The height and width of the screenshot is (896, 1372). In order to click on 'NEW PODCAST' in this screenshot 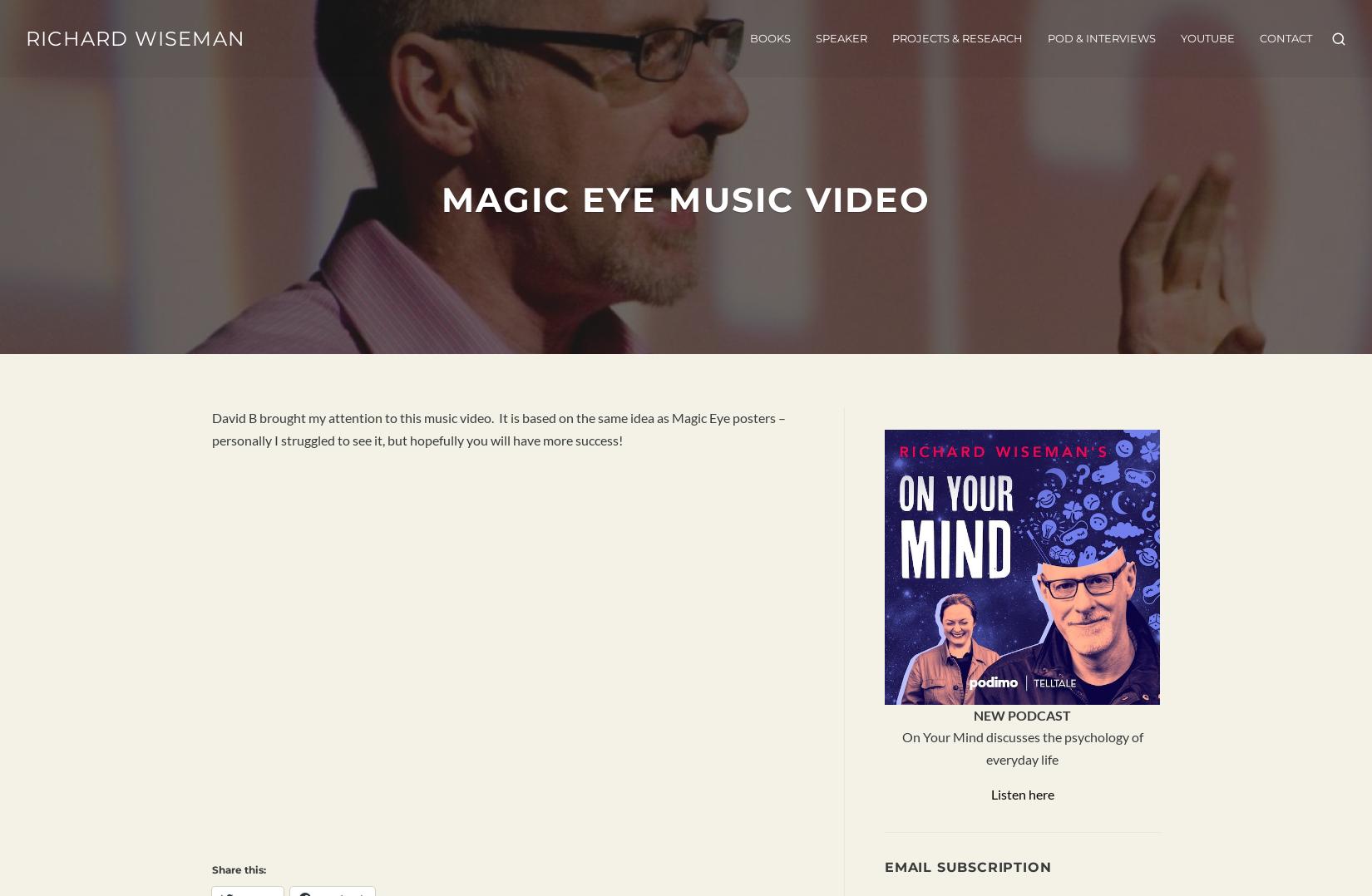, I will do `click(1022, 713)`.